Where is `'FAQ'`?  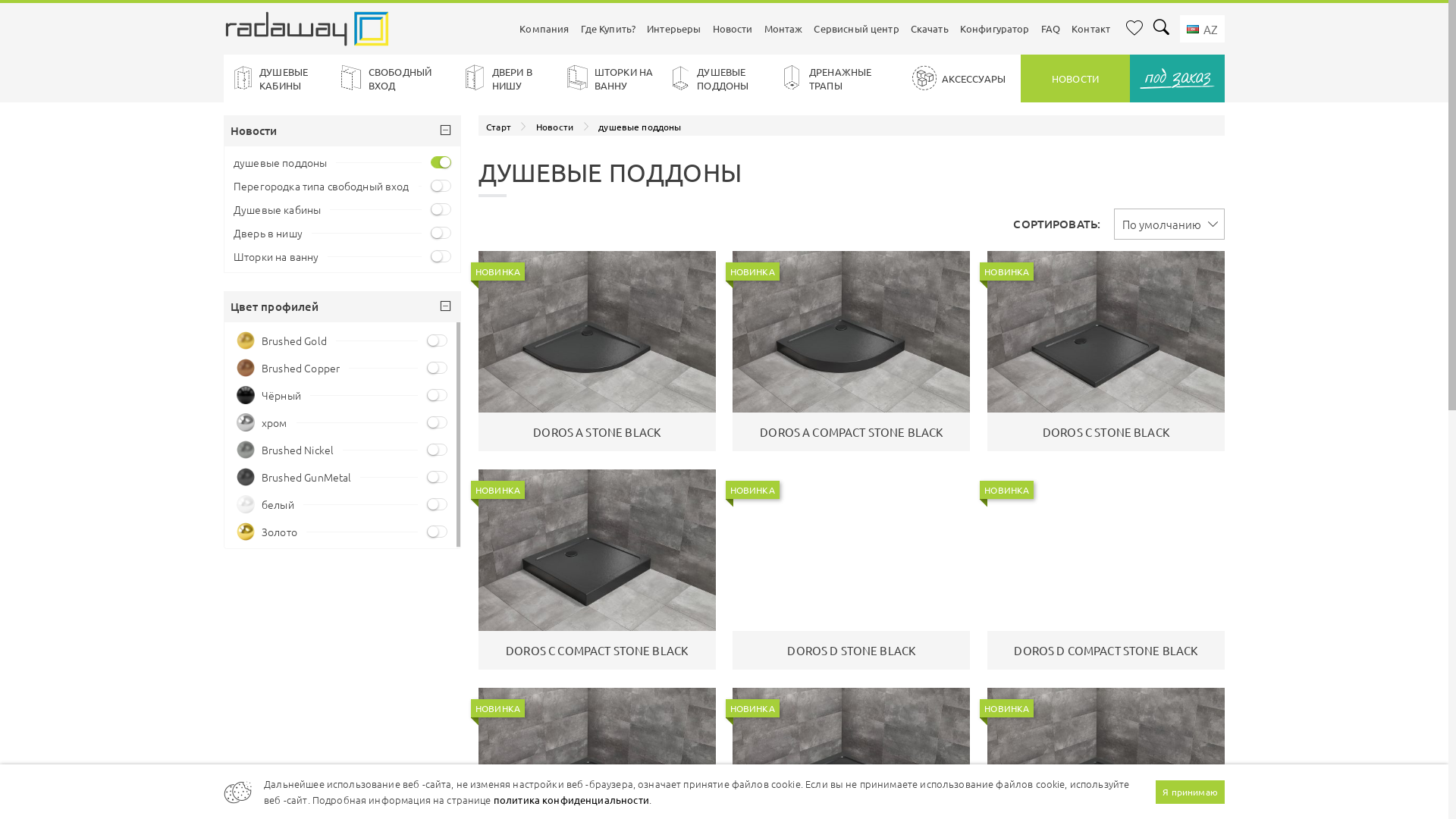 'FAQ' is located at coordinates (1050, 29).